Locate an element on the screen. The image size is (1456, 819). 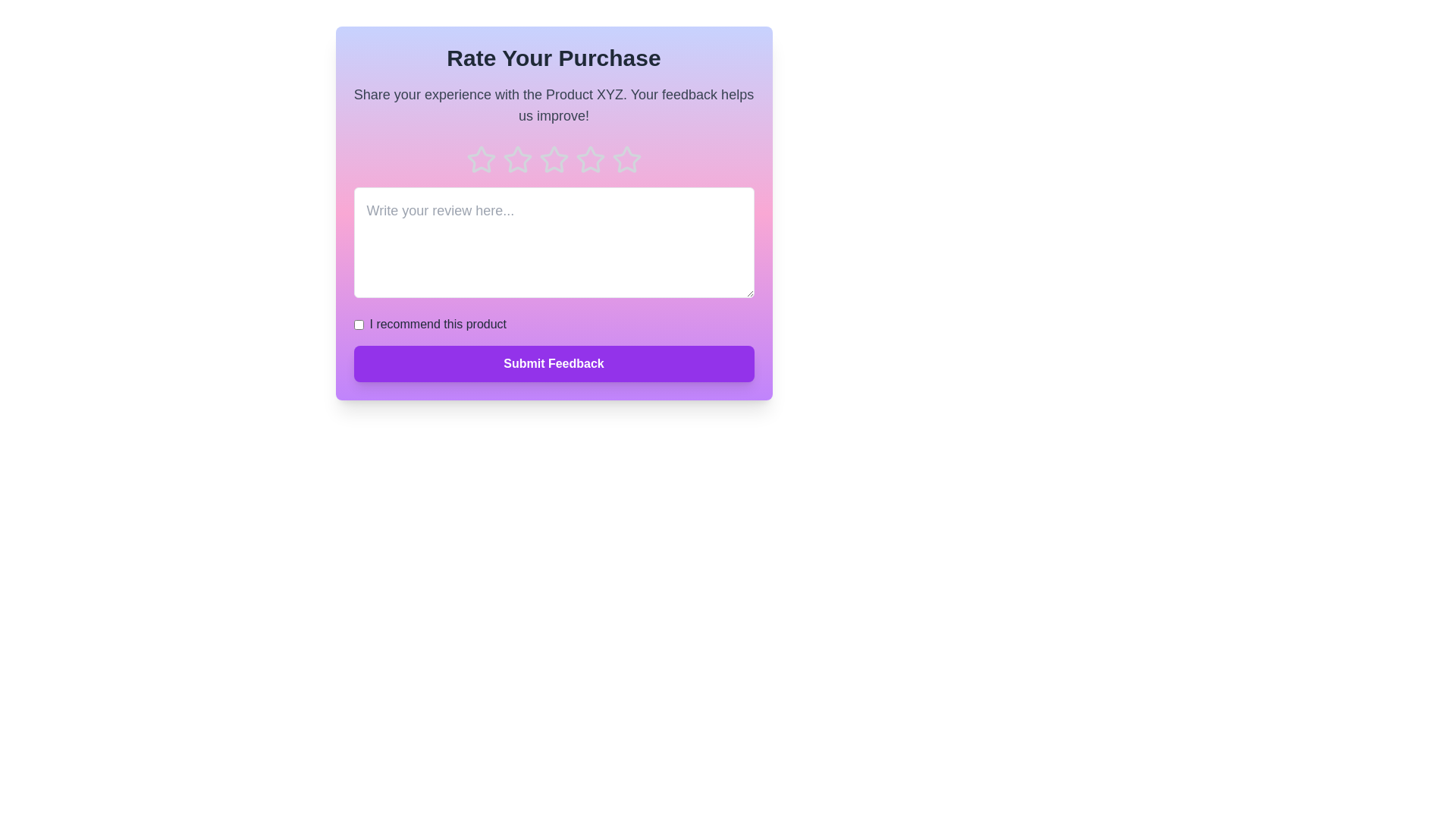
the checkbox labeled 'I recommend this product' to toggle its state is located at coordinates (358, 324).